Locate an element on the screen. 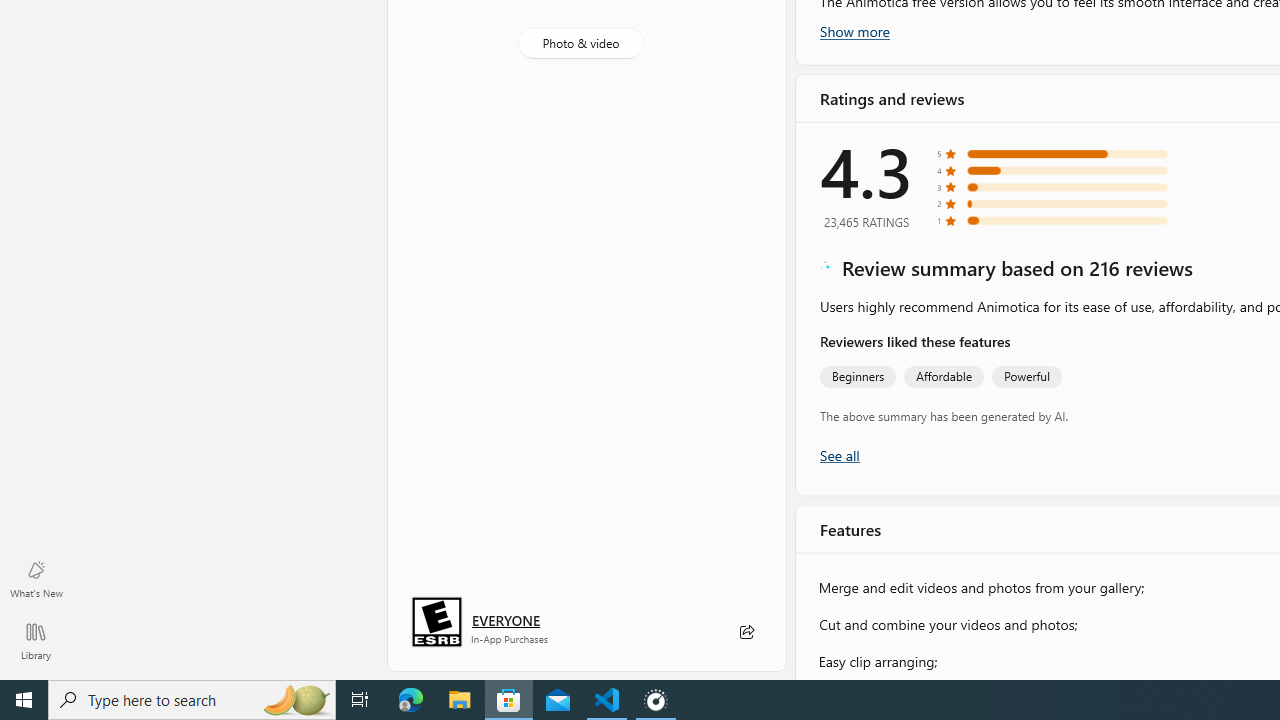 The height and width of the screenshot is (720, 1280). 'Show all ratings and reviews' is located at coordinates (839, 454).